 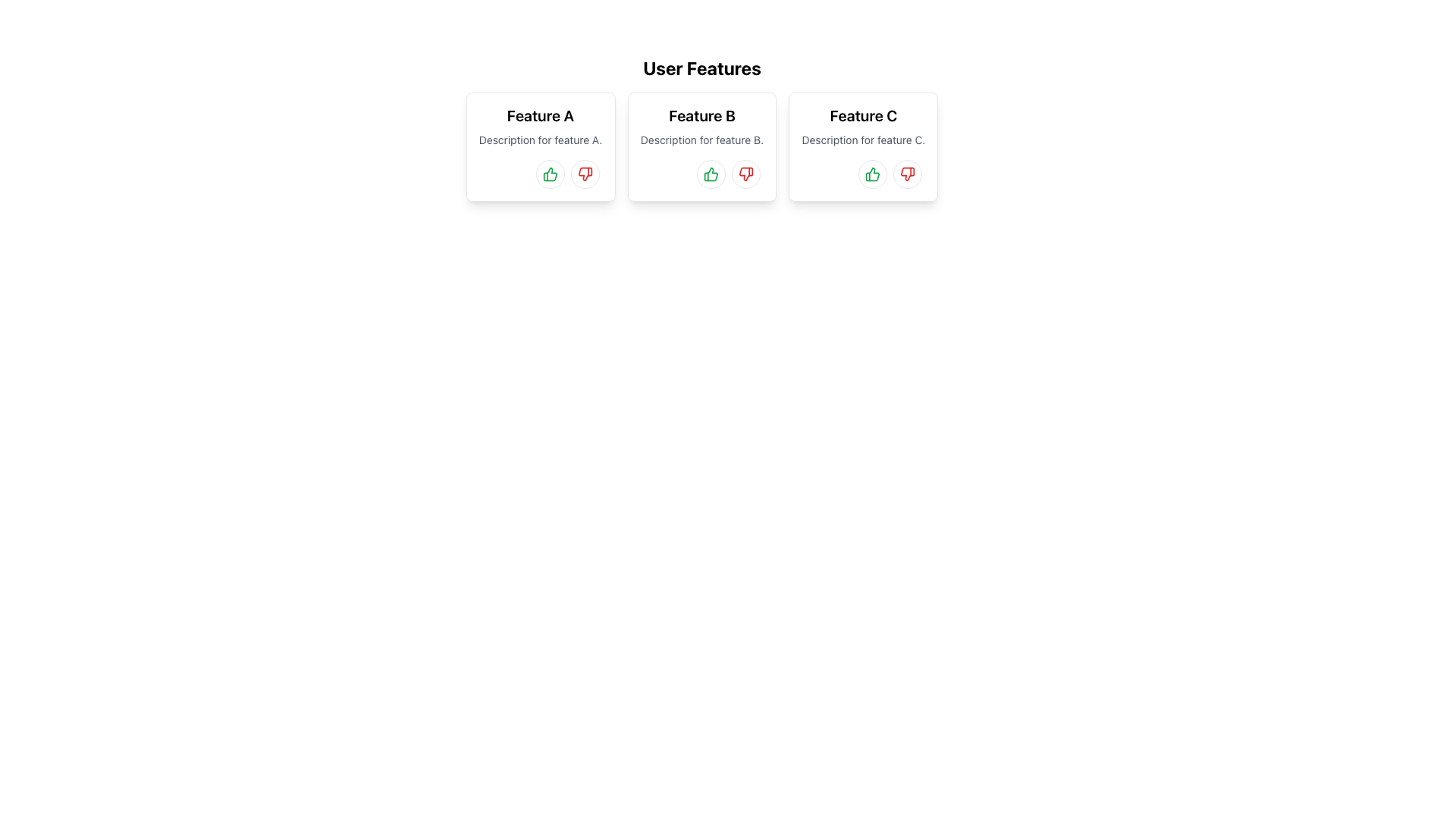 I want to click on the circular button with a green thumbs-up icon located at the bottom-right area of the 'Feature A' card to observe the hover effects, so click(x=549, y=174).